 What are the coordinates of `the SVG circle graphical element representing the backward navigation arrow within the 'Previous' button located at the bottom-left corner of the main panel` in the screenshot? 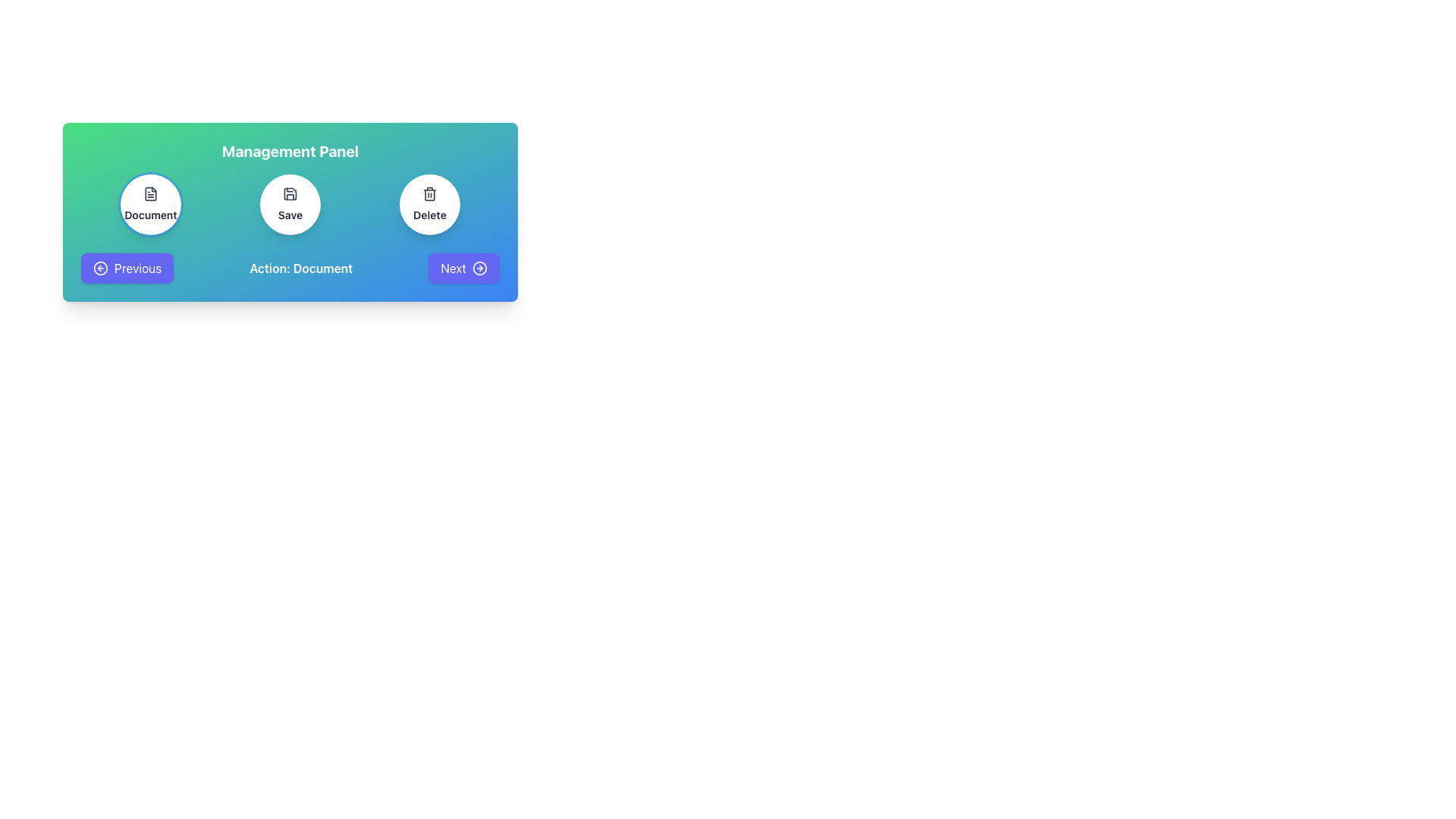 It's located at (100, 268).